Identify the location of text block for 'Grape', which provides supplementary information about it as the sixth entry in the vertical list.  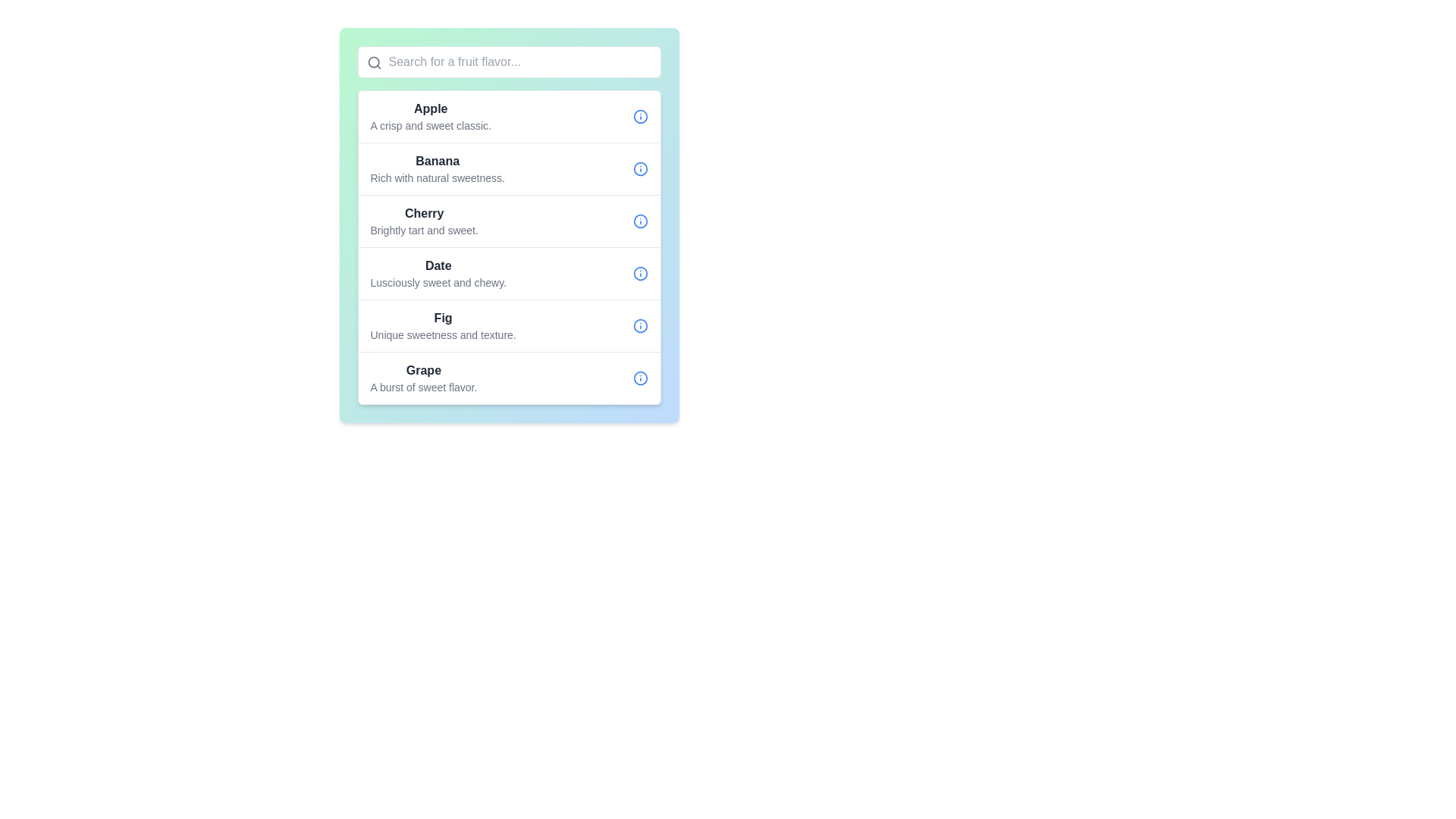
(423, 377).